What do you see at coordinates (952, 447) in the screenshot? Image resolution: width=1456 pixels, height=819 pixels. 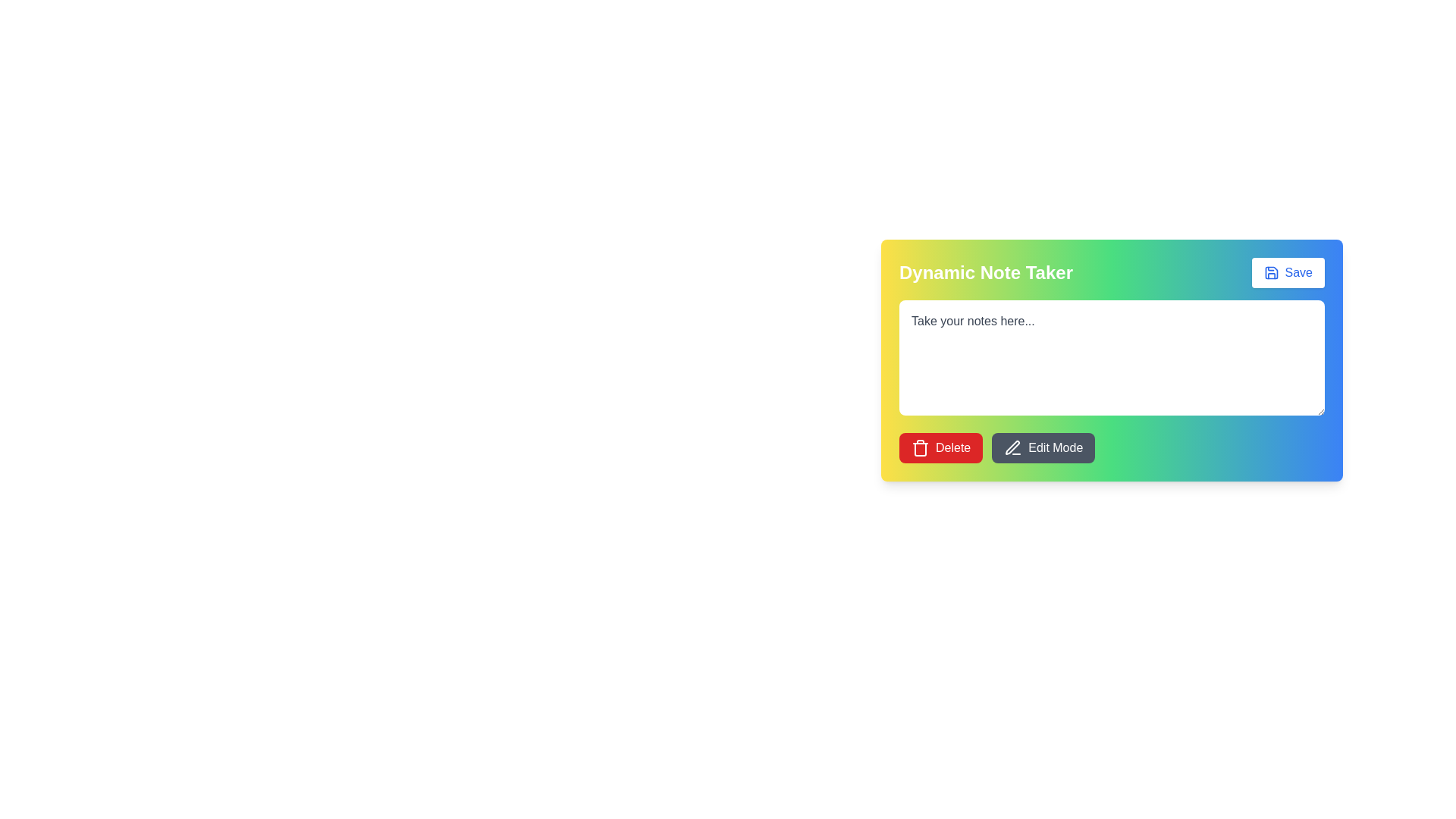 I see `the delete button located in the bottom-left of the note-taking panel` at bounding box center [952, 447].